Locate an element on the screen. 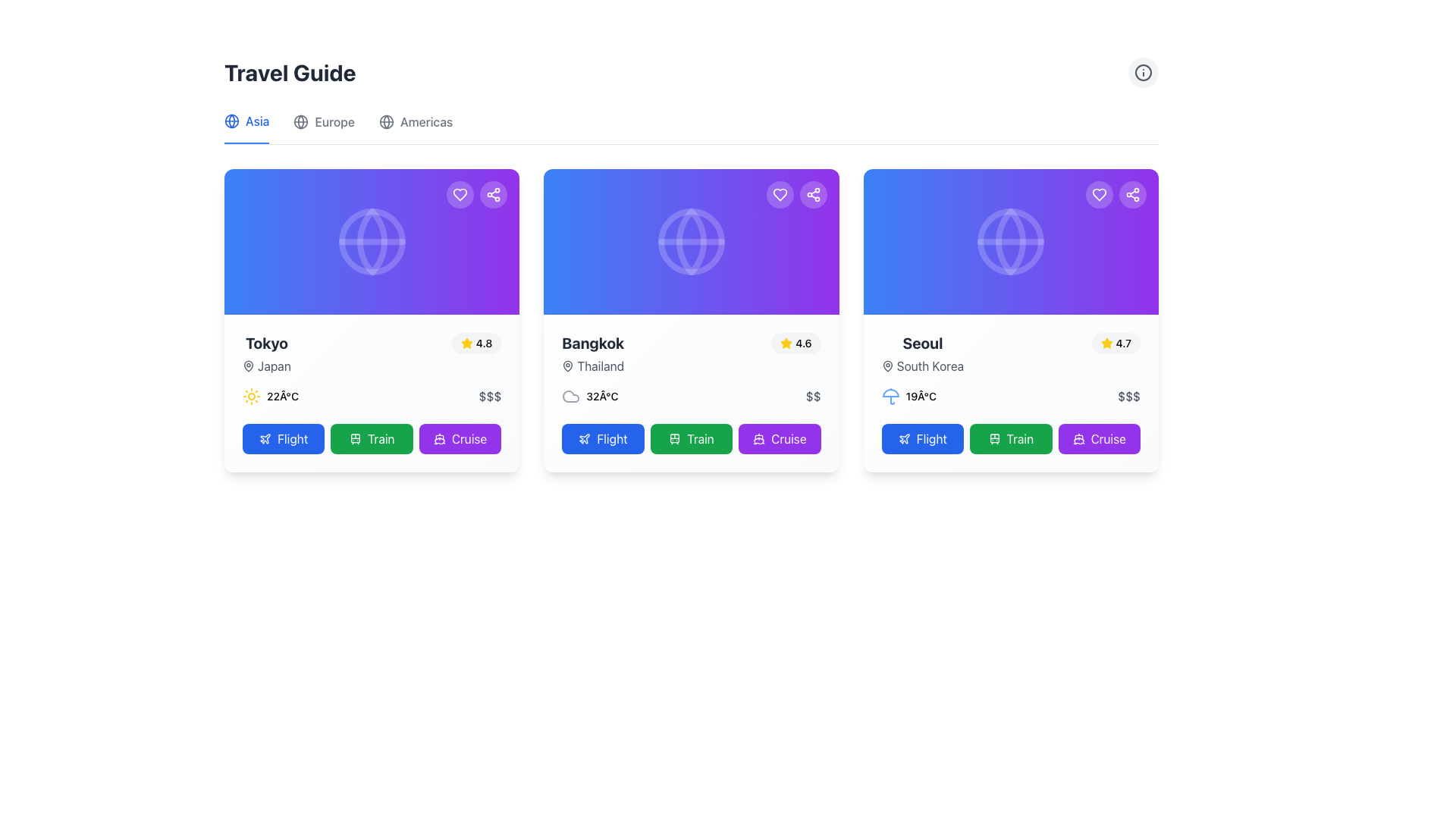  the sunny weather icon located in the weather information section of the Tokyo card, which is positioned to the left of the '22°C' text and below the 'Japan' text is located at coordinates (251, 396).